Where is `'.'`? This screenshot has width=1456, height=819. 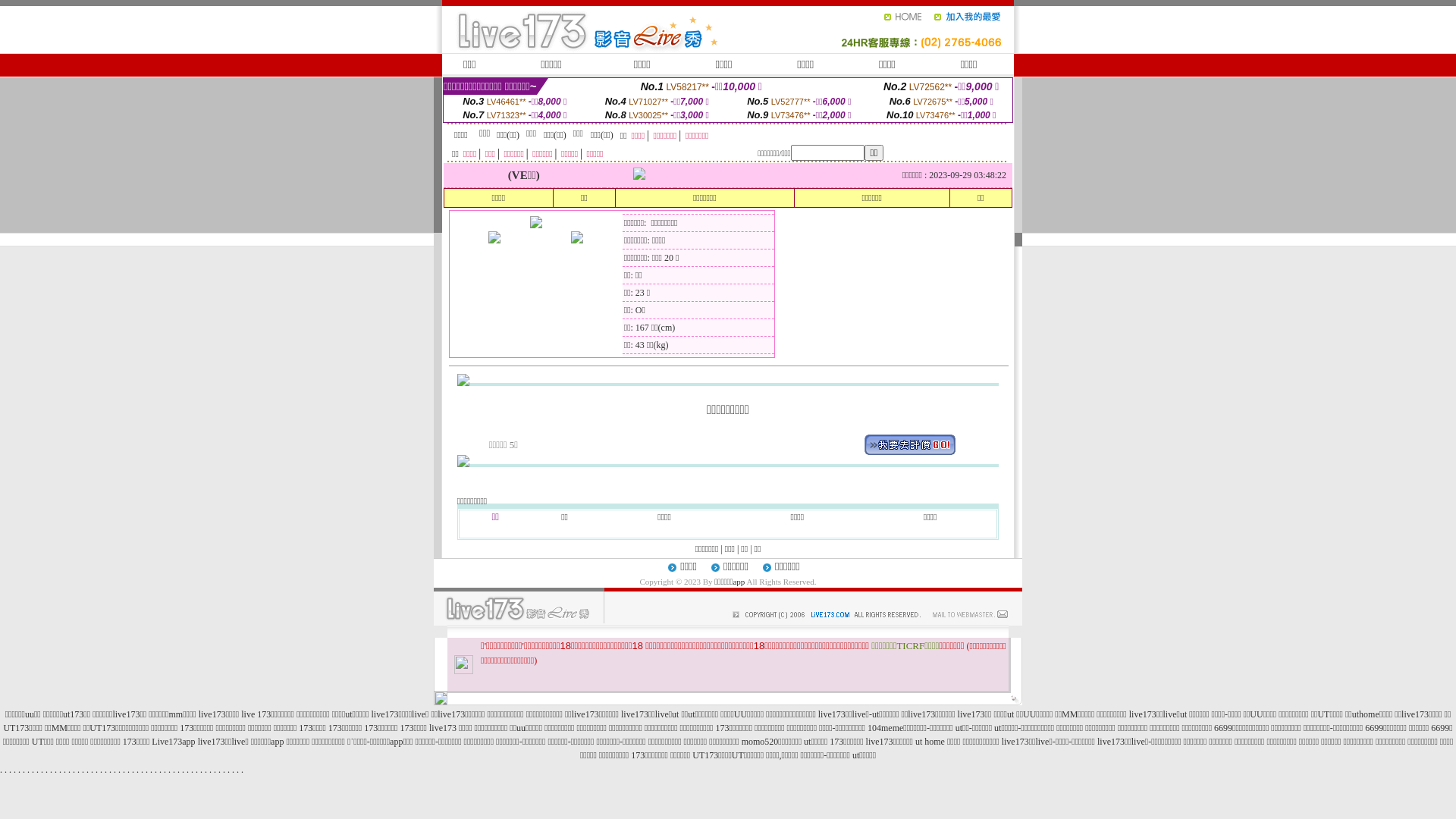 '.' is located at coordinates (72, 769).